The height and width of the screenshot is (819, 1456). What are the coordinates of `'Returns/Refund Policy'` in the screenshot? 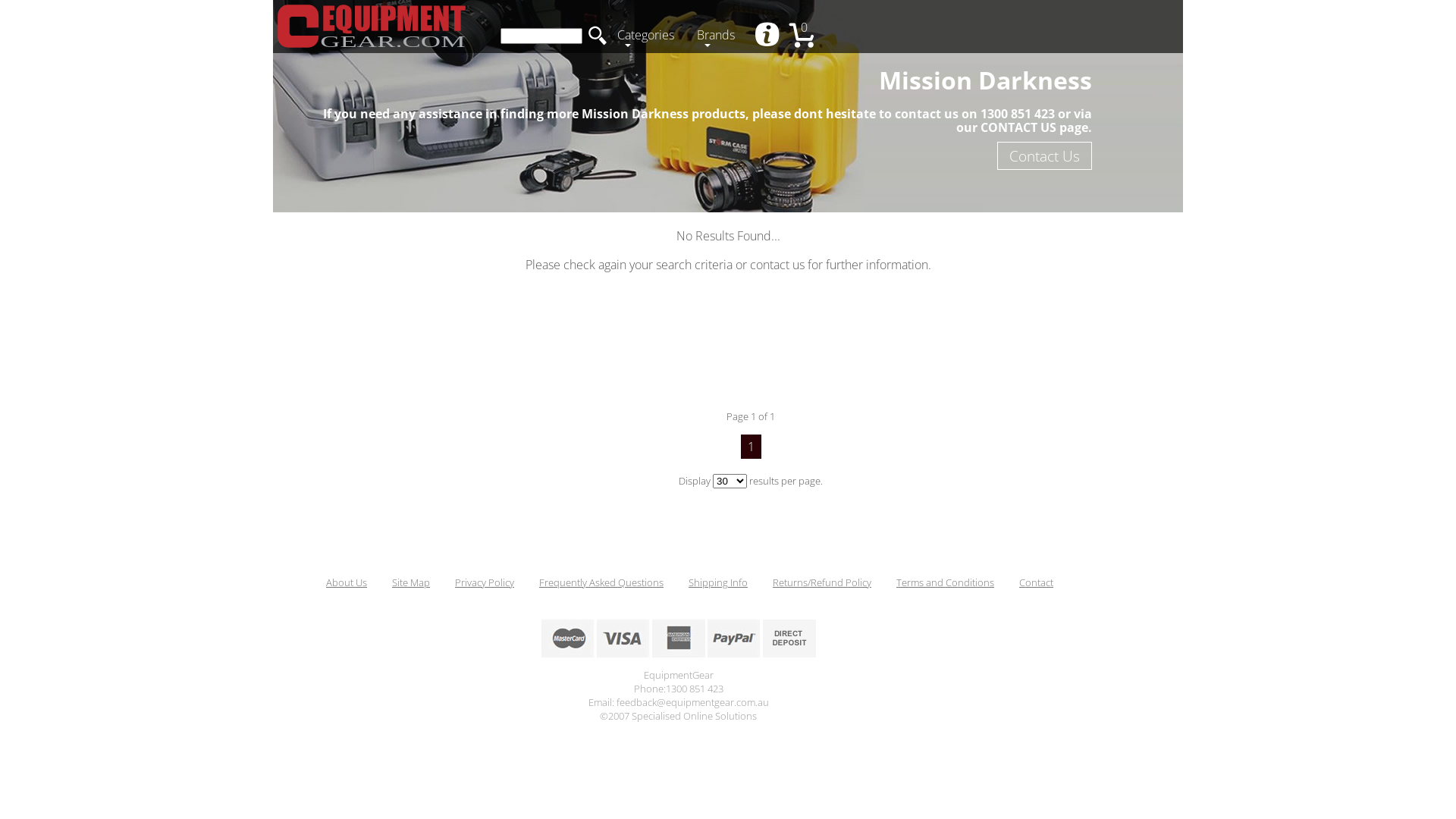 It's located at (772, 581).